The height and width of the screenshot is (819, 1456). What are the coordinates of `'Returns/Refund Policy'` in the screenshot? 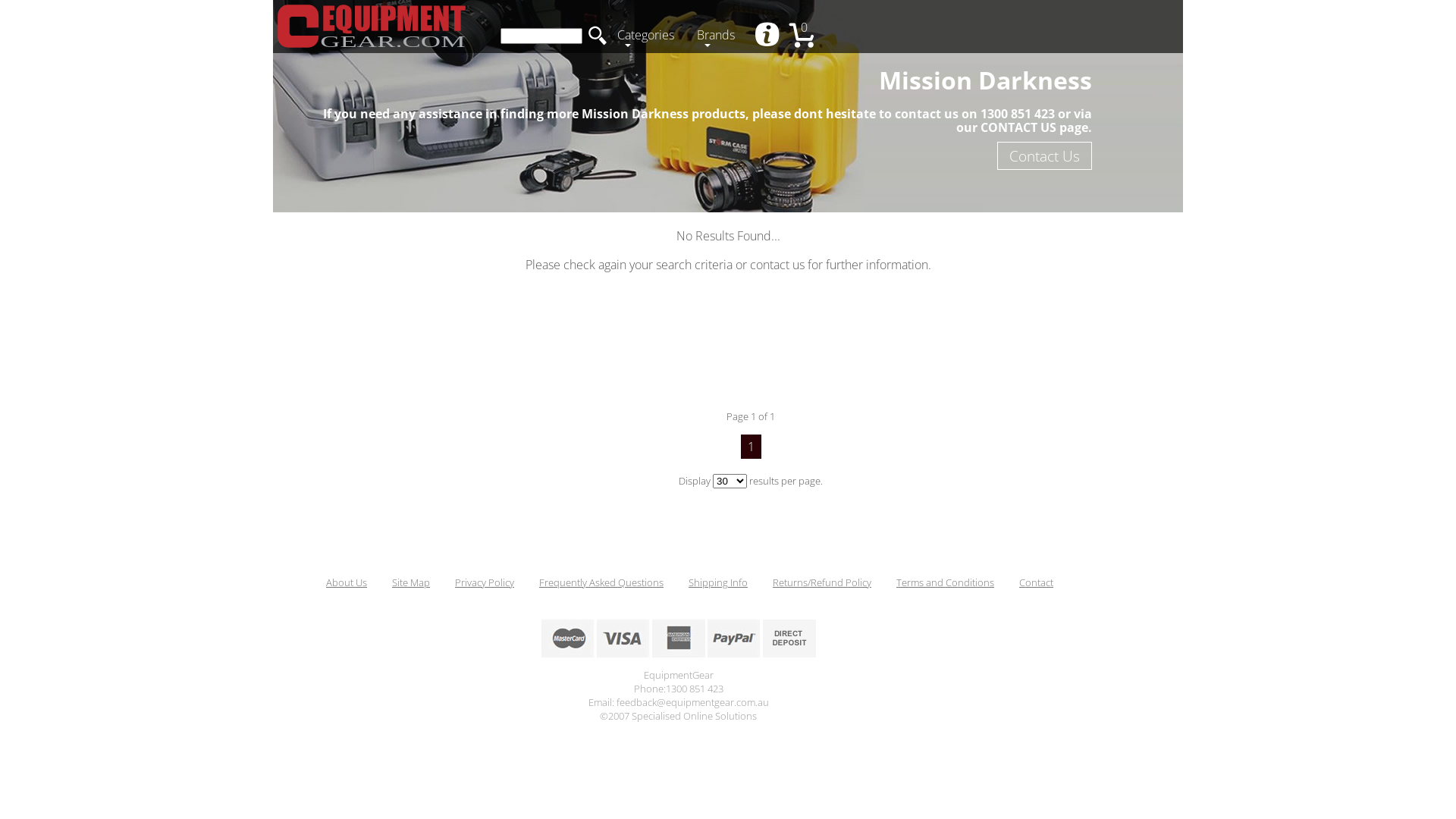 It's located at (772, 581).